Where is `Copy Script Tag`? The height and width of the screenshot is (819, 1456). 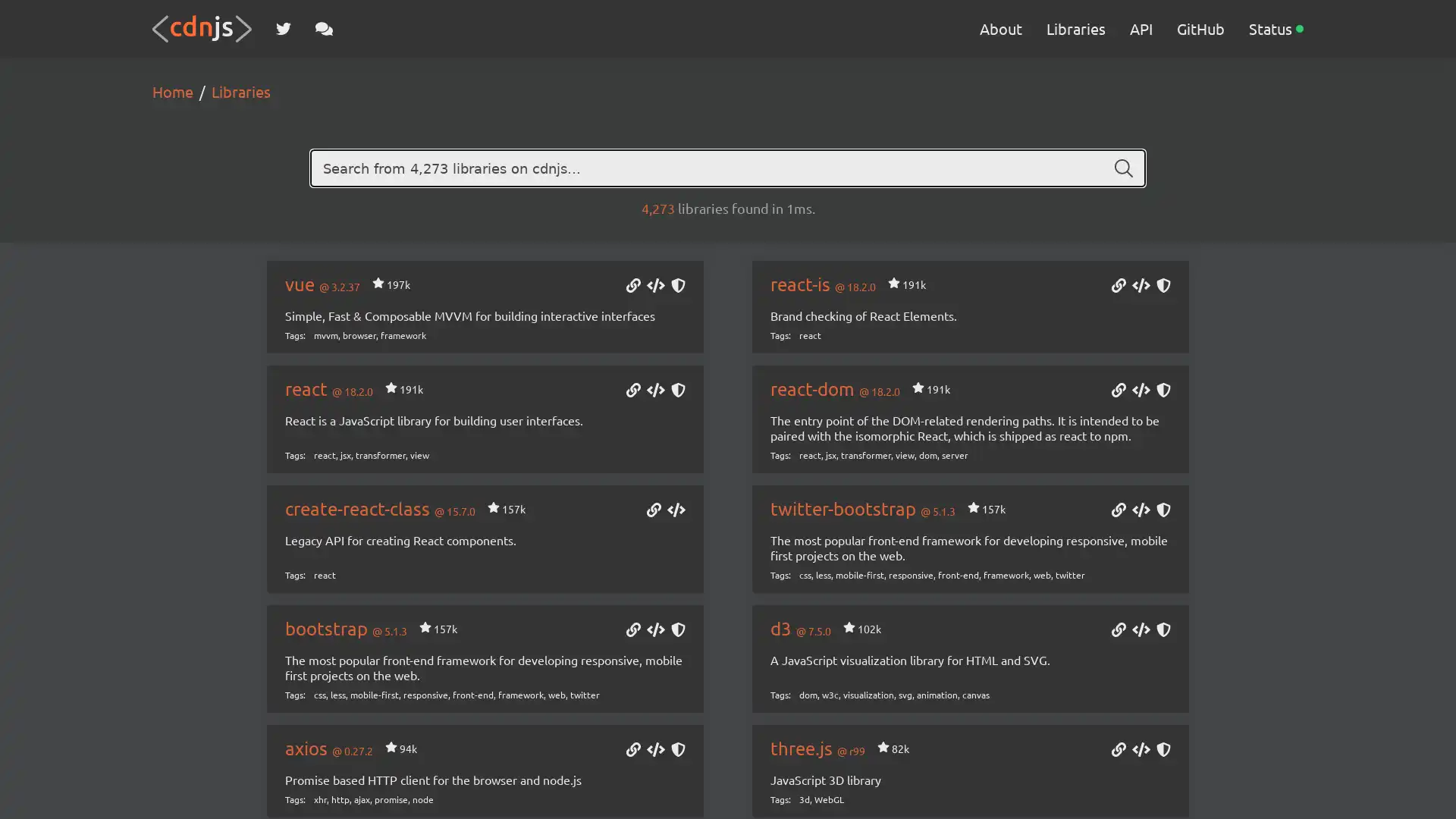 Copy Script Tag is located at coordinates (1140, 287).